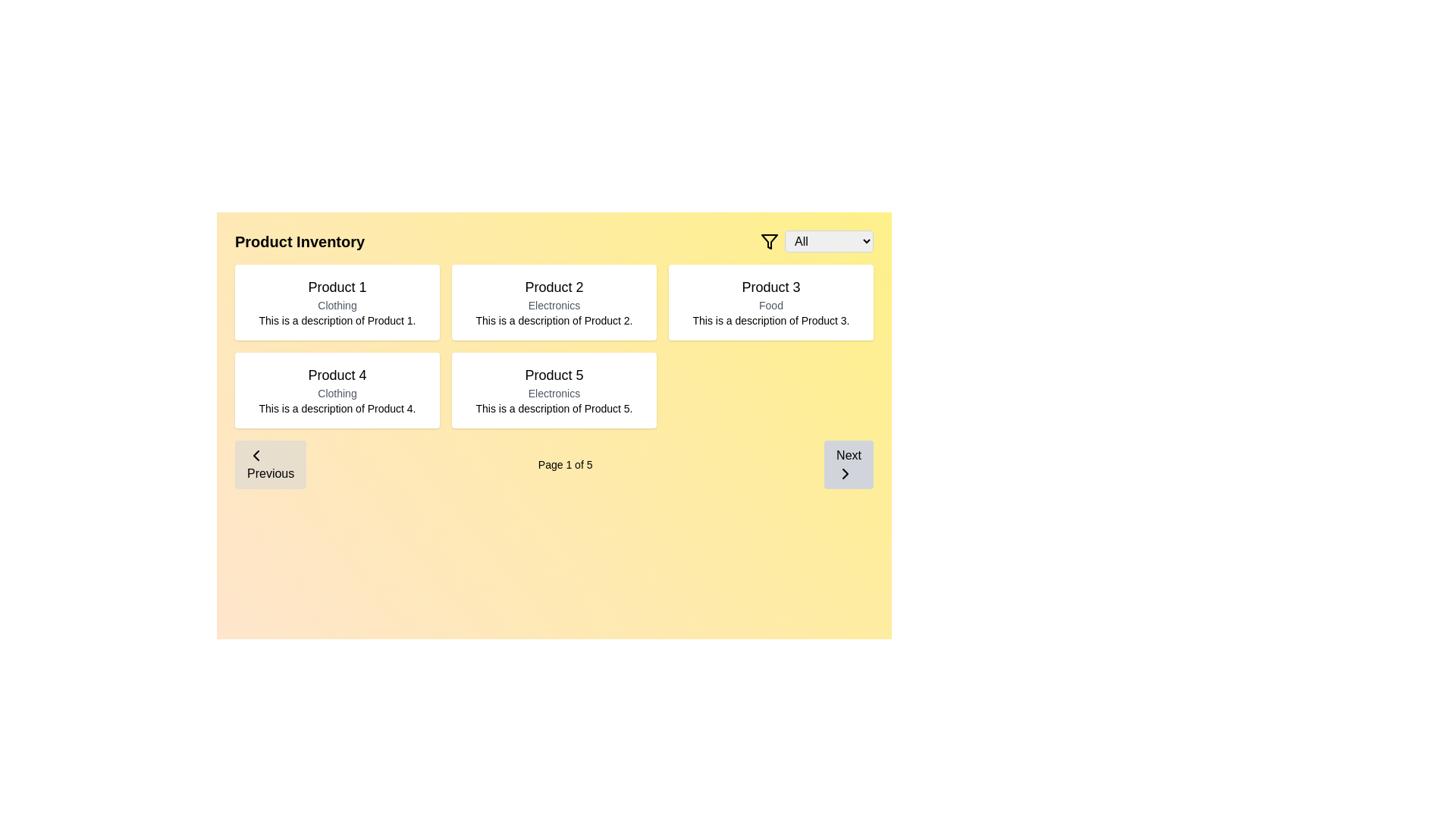  What do you see at coordinates (828, 240) in the screenshot?
I see `an option from the dropdown menu located to the right of the filter icon in the top-right corner of the page to filter items in the product inventory list` at bounding box center [828, 240].